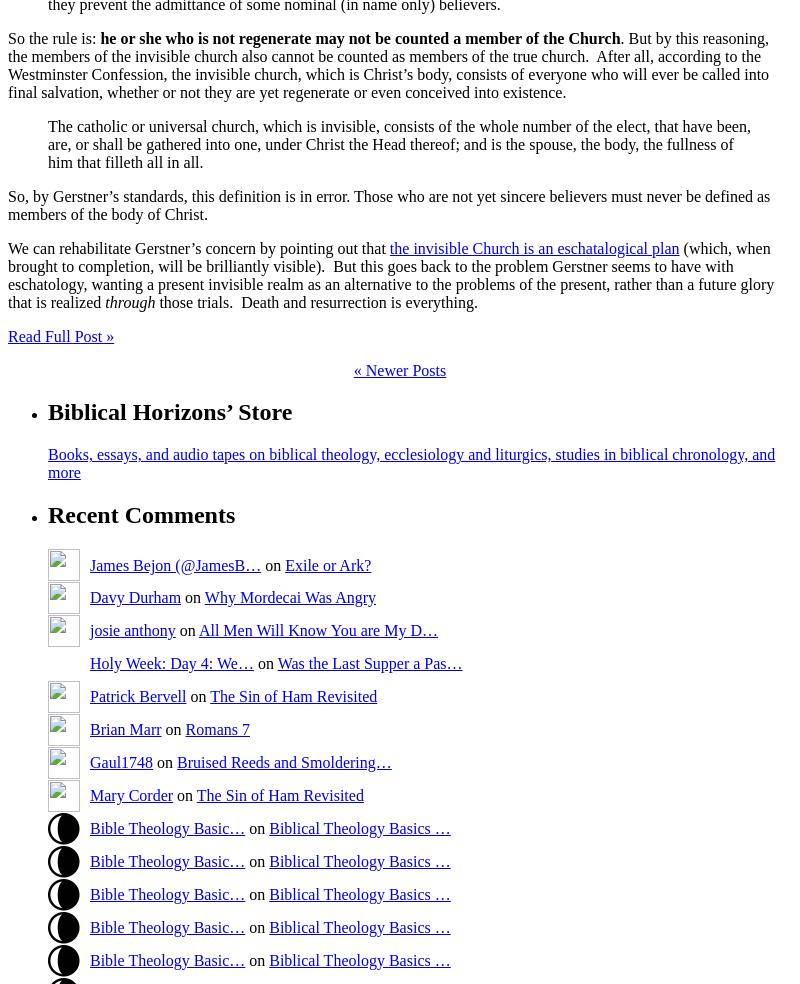 This screenshot has height=984, width=800. Describe the element at coordinates (197, 246) in the screenshot. I see `'We can rehabilitate Gerstner’s concern by pointing out that'` at that location.